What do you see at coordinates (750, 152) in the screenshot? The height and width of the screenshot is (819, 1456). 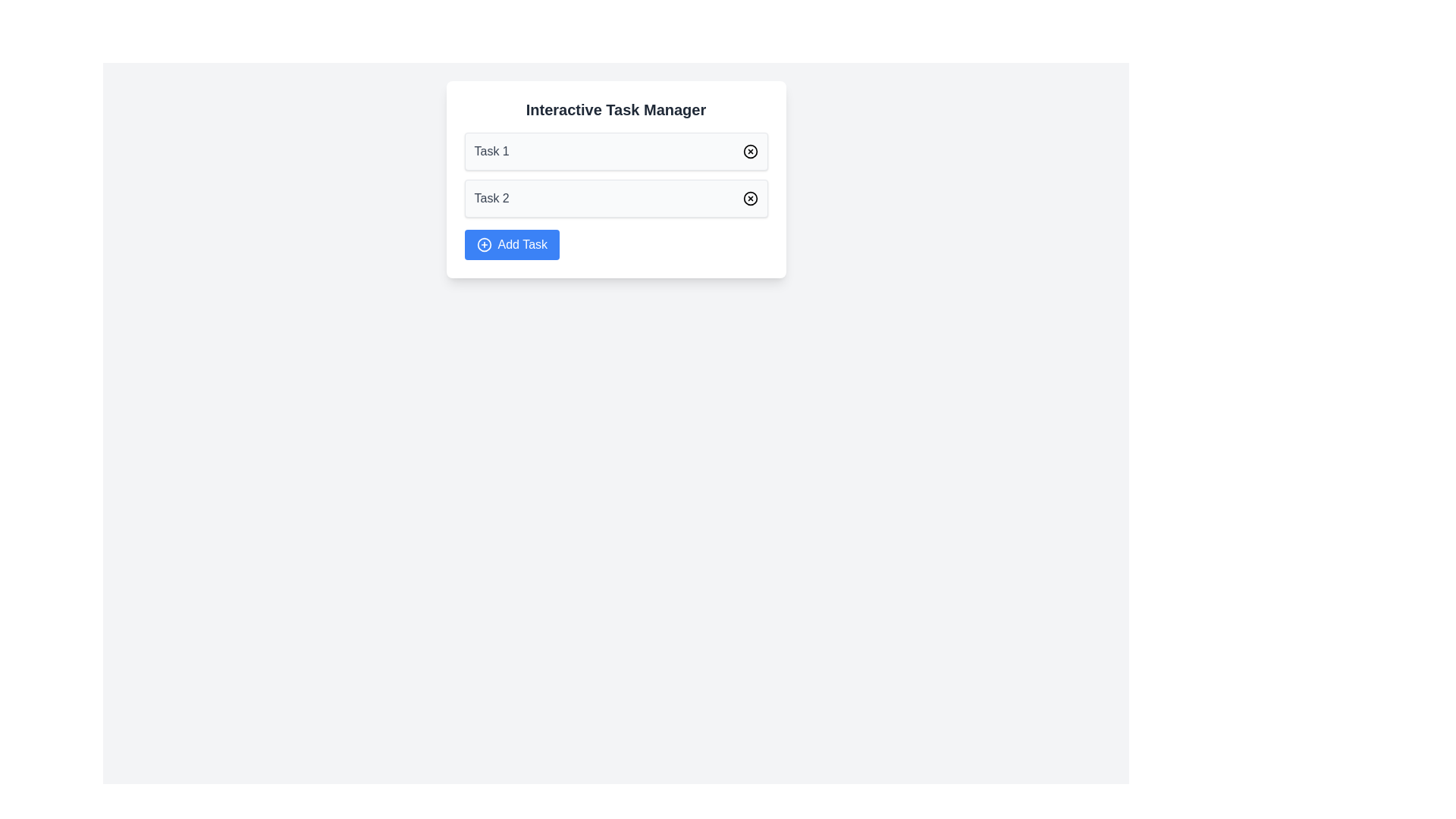 I see `the SVG circular graphical element representing an action related to task management for 'Task 1', located on the right side of the text field` at bounding box center [750, 152].